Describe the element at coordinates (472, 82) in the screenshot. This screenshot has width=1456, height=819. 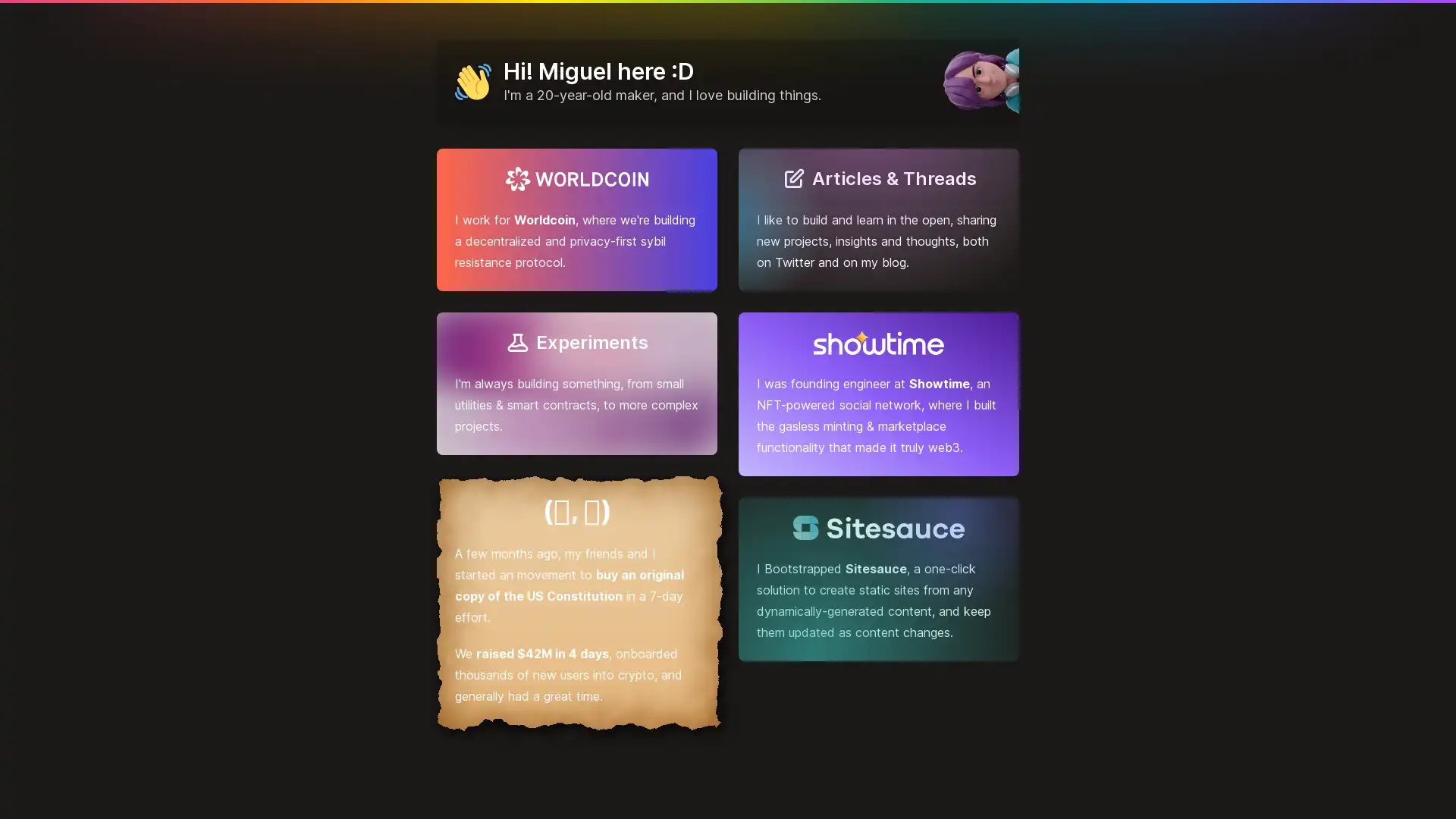
I see `Wave` at that location.